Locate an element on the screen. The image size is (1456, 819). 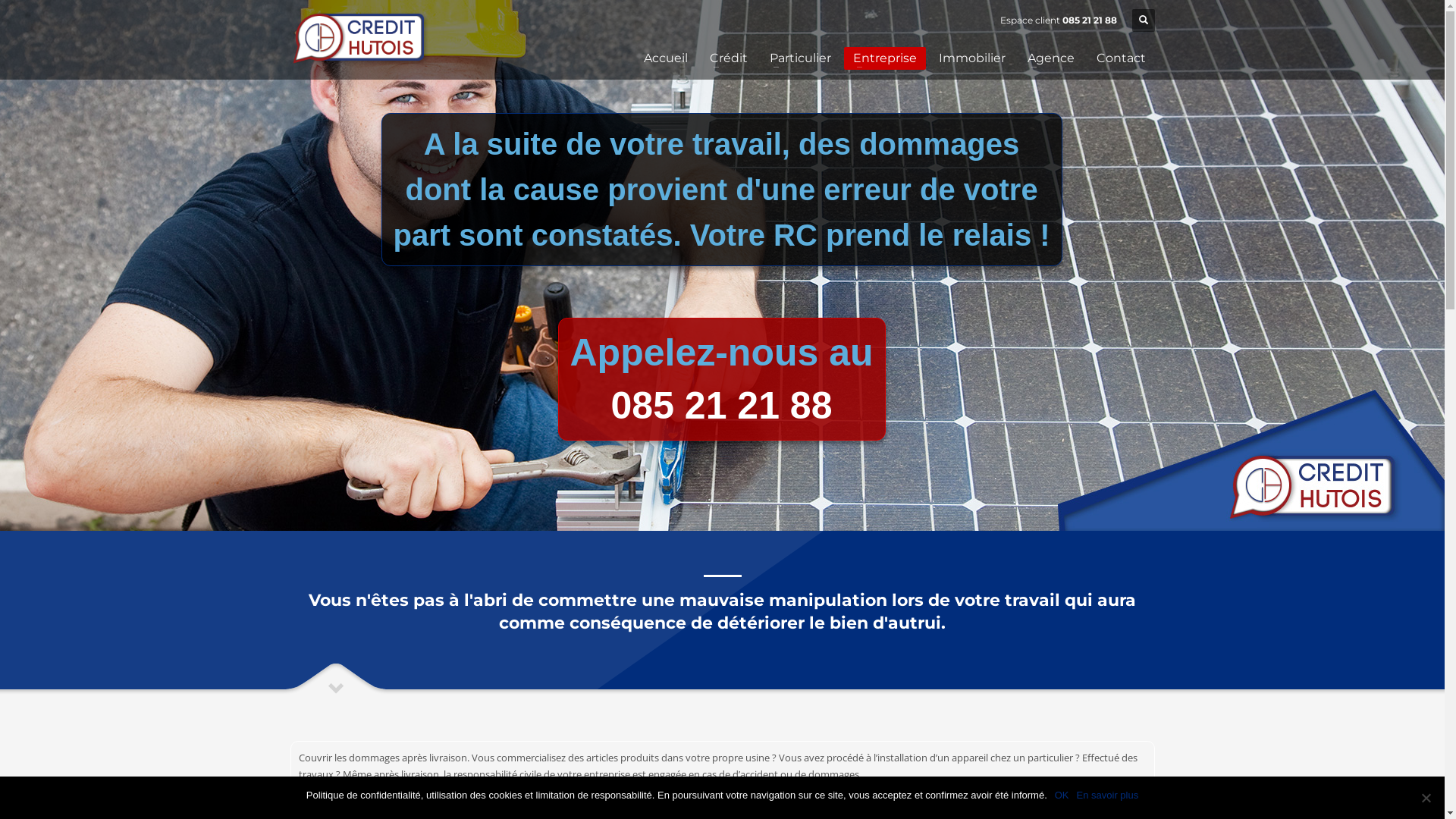
'Contact' is located at coordinates (1121, 58).